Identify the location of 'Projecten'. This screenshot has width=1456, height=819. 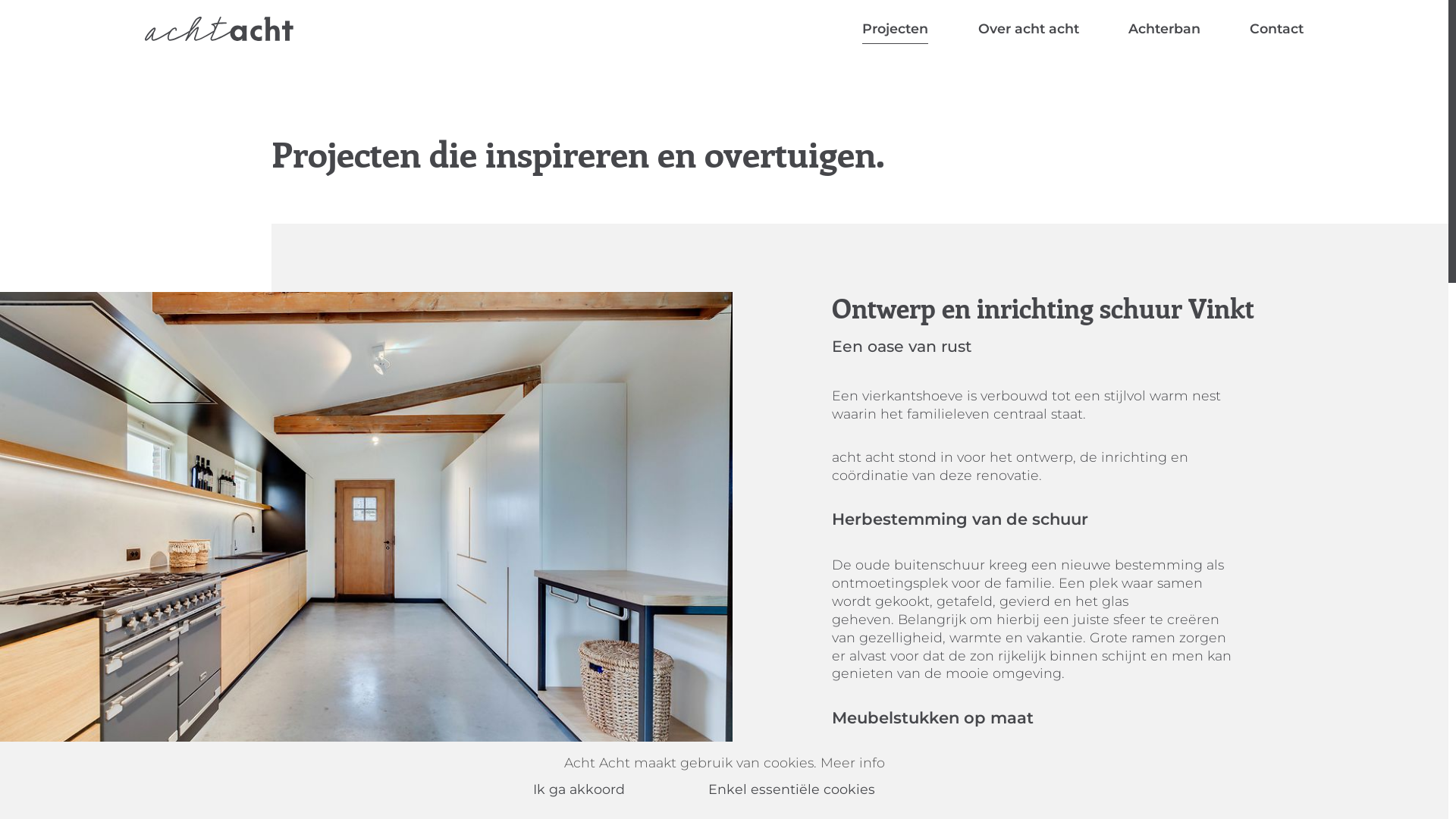
(895, 29).